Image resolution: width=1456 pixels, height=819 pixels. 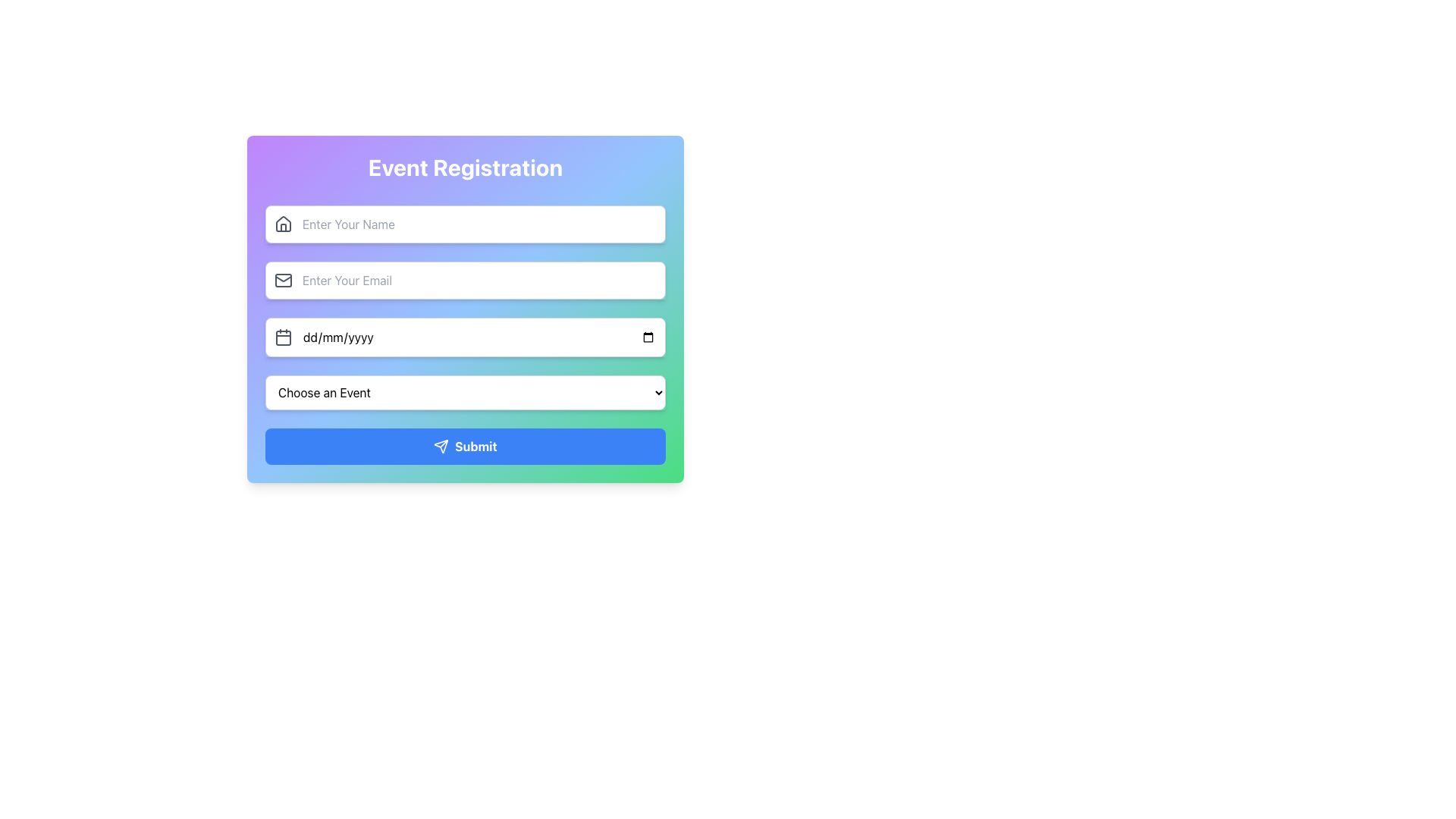 What do you see at coordinates (443, 444) in the screenshot?
I see `the line segment within the SVG graphical element, which serves as part of a visual representation in the interface` at bounding box center [443, 444].